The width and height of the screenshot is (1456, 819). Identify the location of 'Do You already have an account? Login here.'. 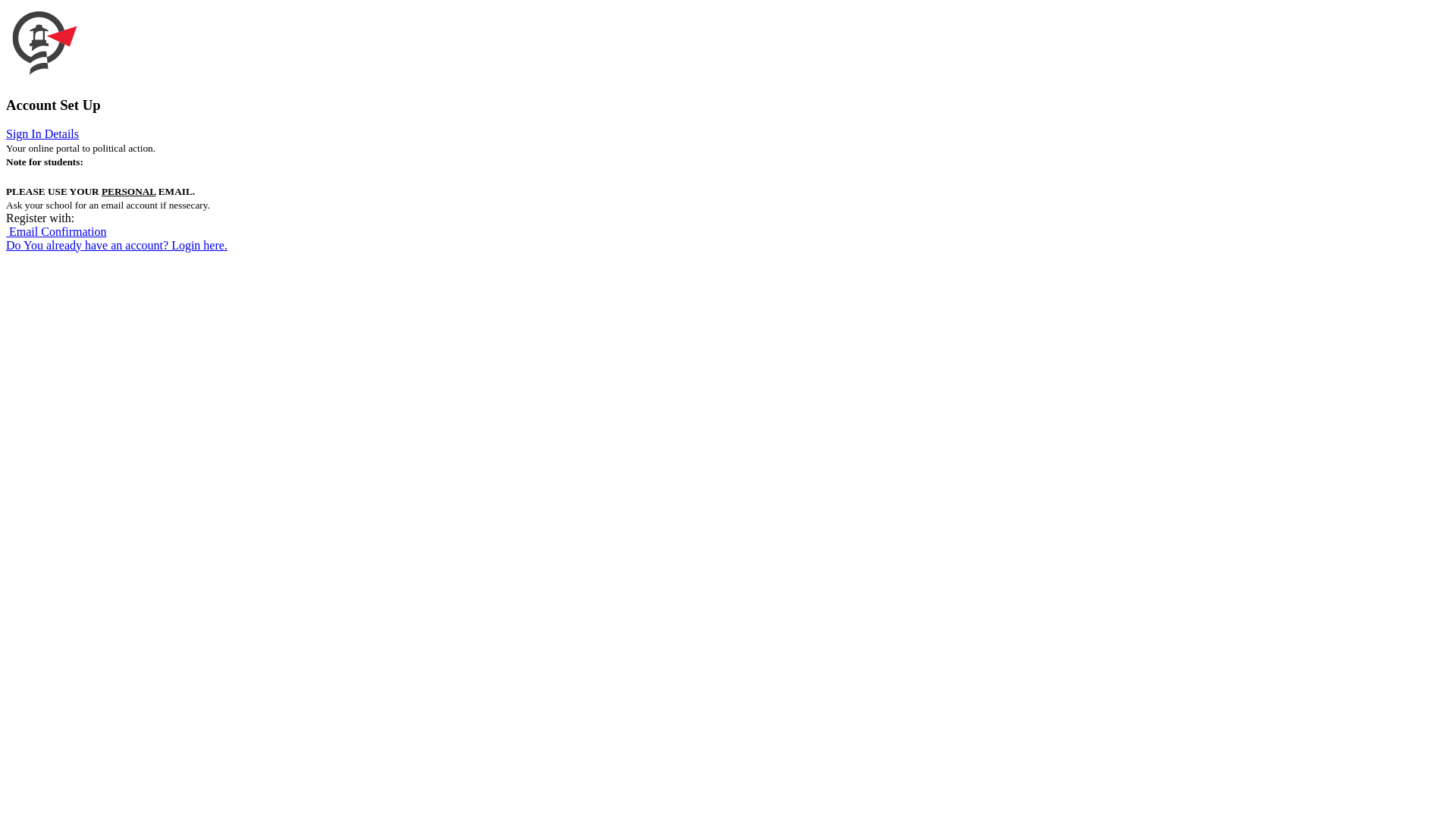
(115, 244).